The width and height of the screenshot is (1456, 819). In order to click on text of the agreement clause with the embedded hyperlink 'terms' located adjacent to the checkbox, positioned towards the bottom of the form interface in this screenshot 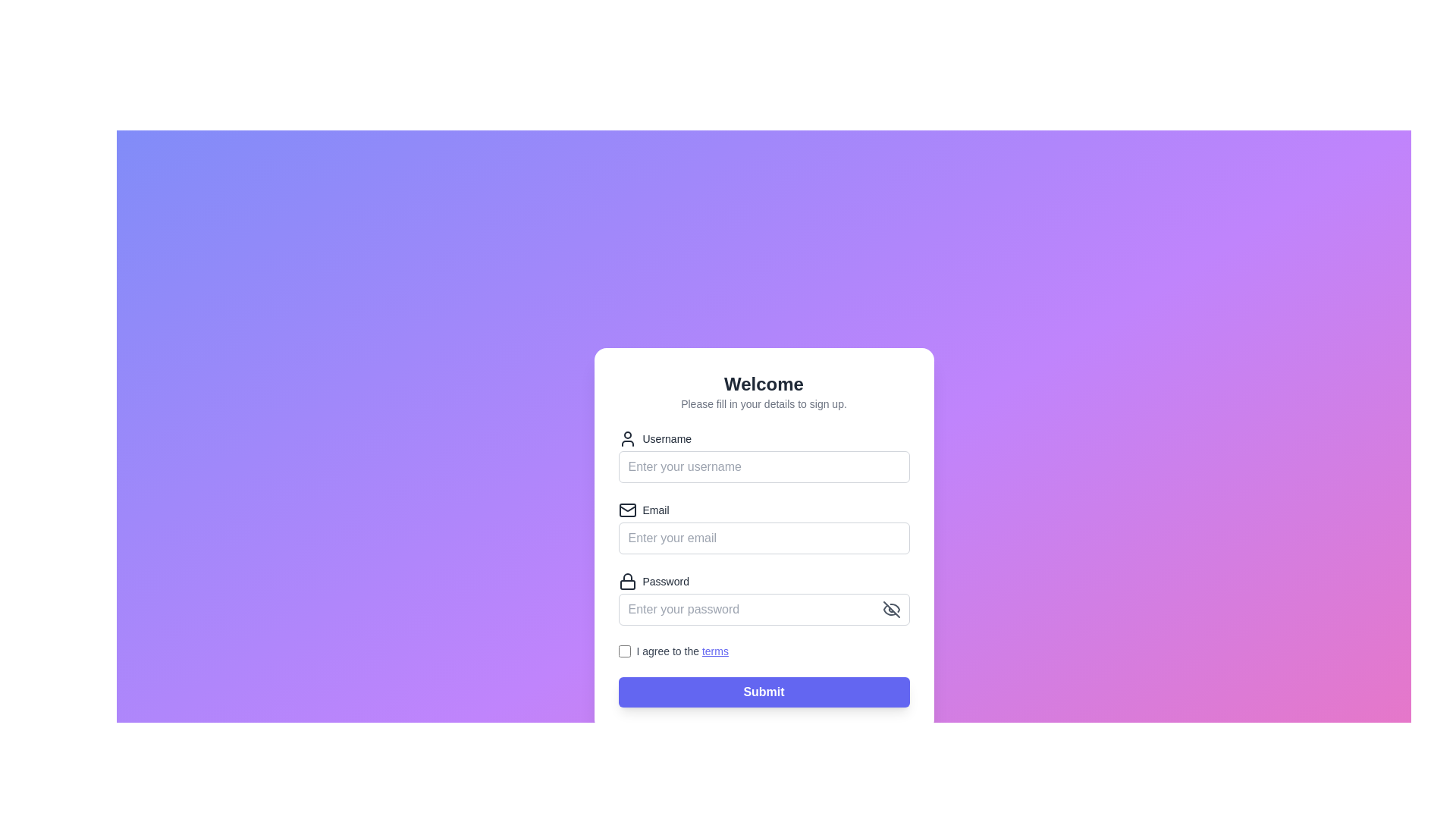, I will do `click(682, 651)`.